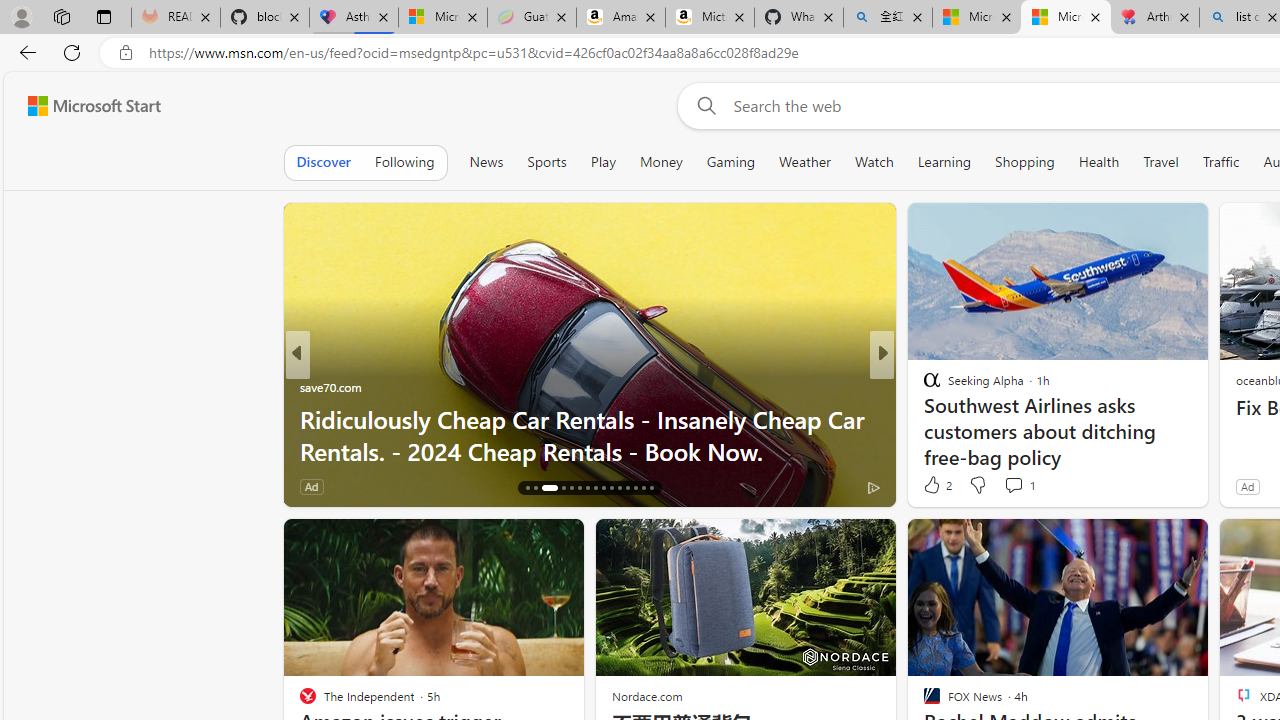 This screenshot has height=720, width=1280. What do you see at coordinates (1025, 161) in the screenshot?
I see `'Shopping'` at bounding box center [1025, 161].